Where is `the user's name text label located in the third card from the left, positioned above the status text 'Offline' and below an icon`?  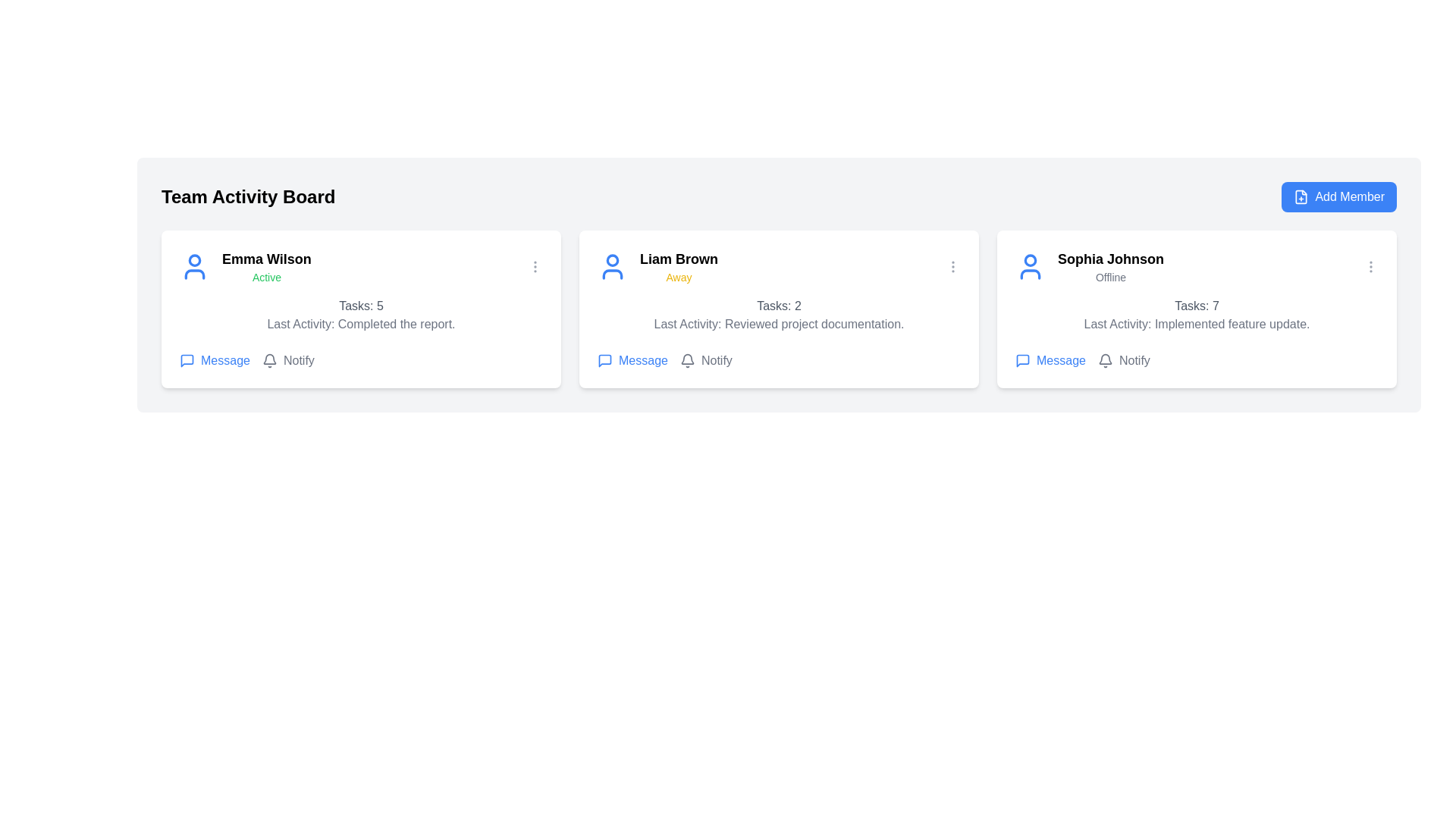 the user's name text label located in the third card from the left, positioned above the status text 'Offline' and below an icon is located at coordinates (1110, 259).